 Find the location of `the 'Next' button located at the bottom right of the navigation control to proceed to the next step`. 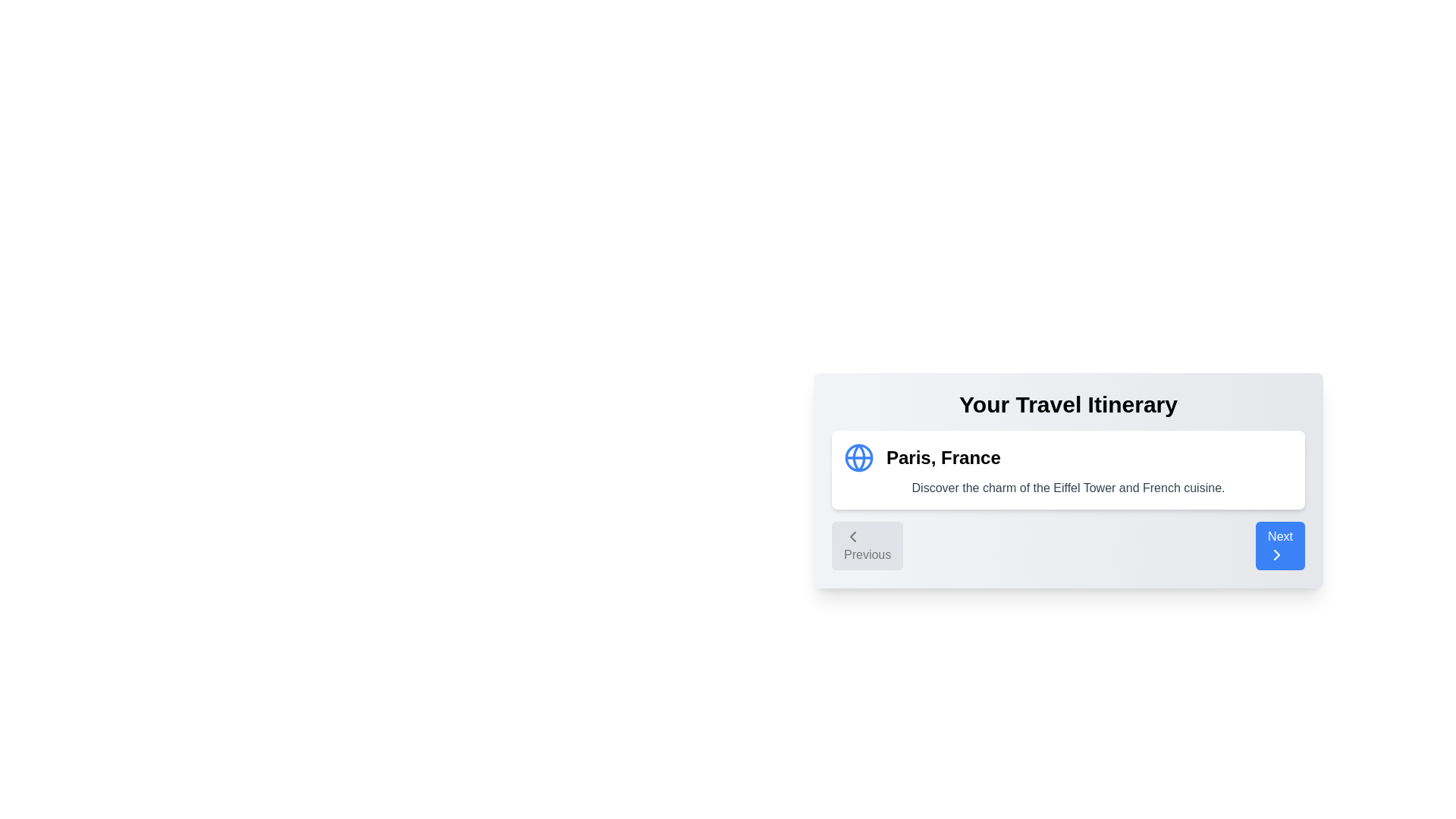

the 'Next' button located at the bottom right of the navigation control to proceed to the next step is located at coordinates (1279, 546).